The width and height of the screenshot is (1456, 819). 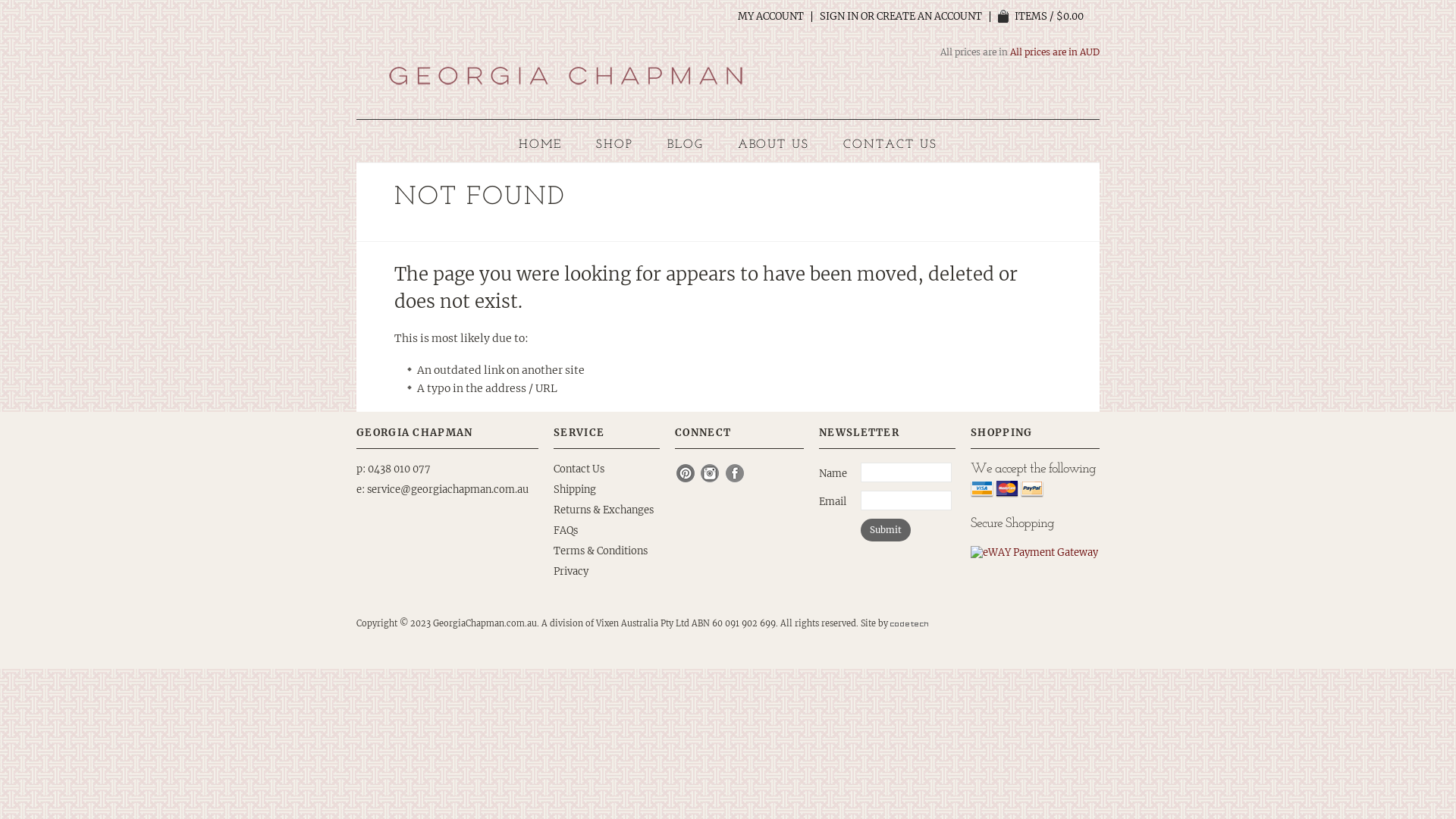 What do you see at coordinates (570, 571) in the screenshot?
I see `'Privacy'` at bounding box center [570, 571].